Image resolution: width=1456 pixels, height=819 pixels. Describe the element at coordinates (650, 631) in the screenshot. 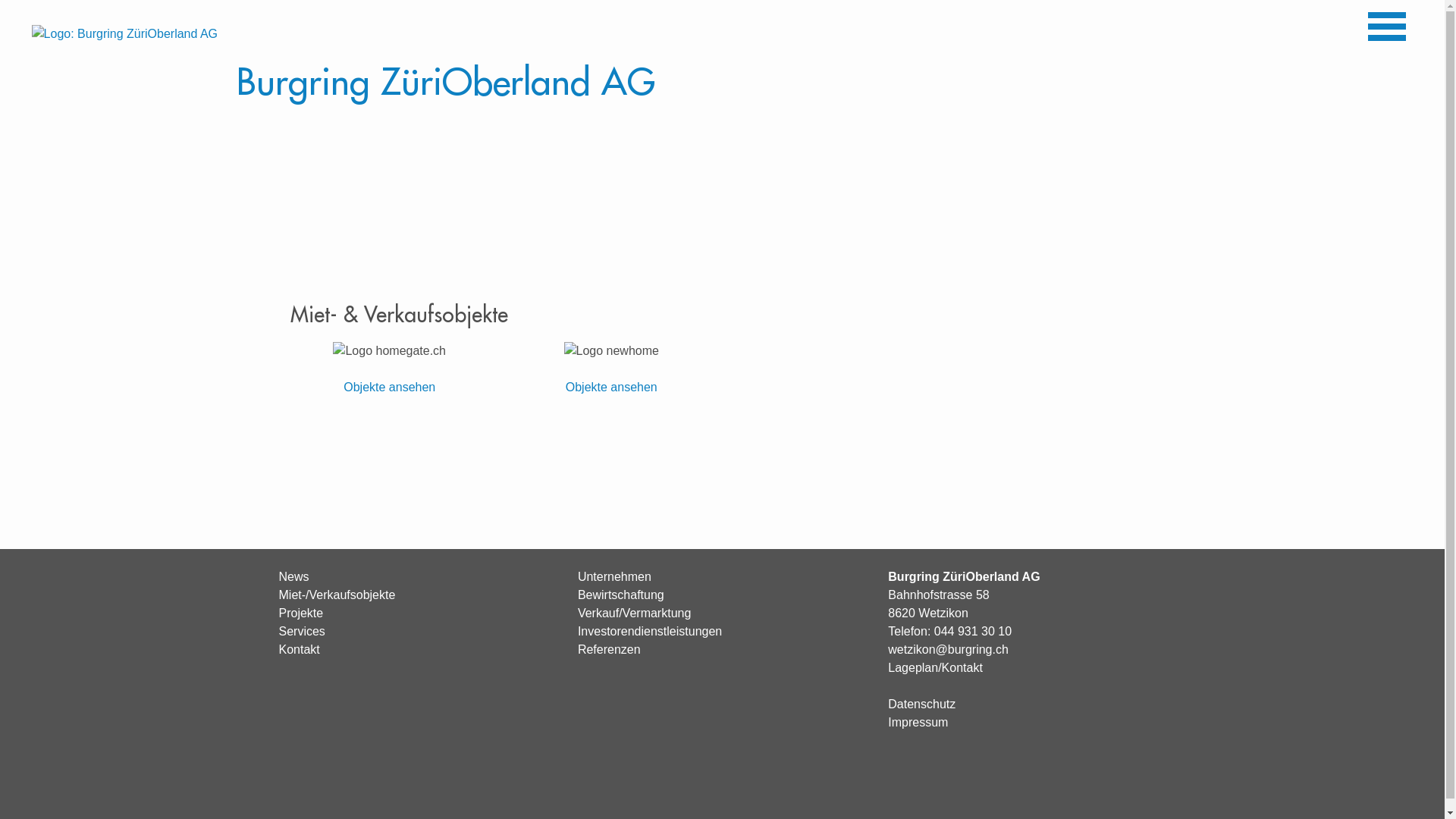

I see `'Investorendienstleistungen'` at that location.